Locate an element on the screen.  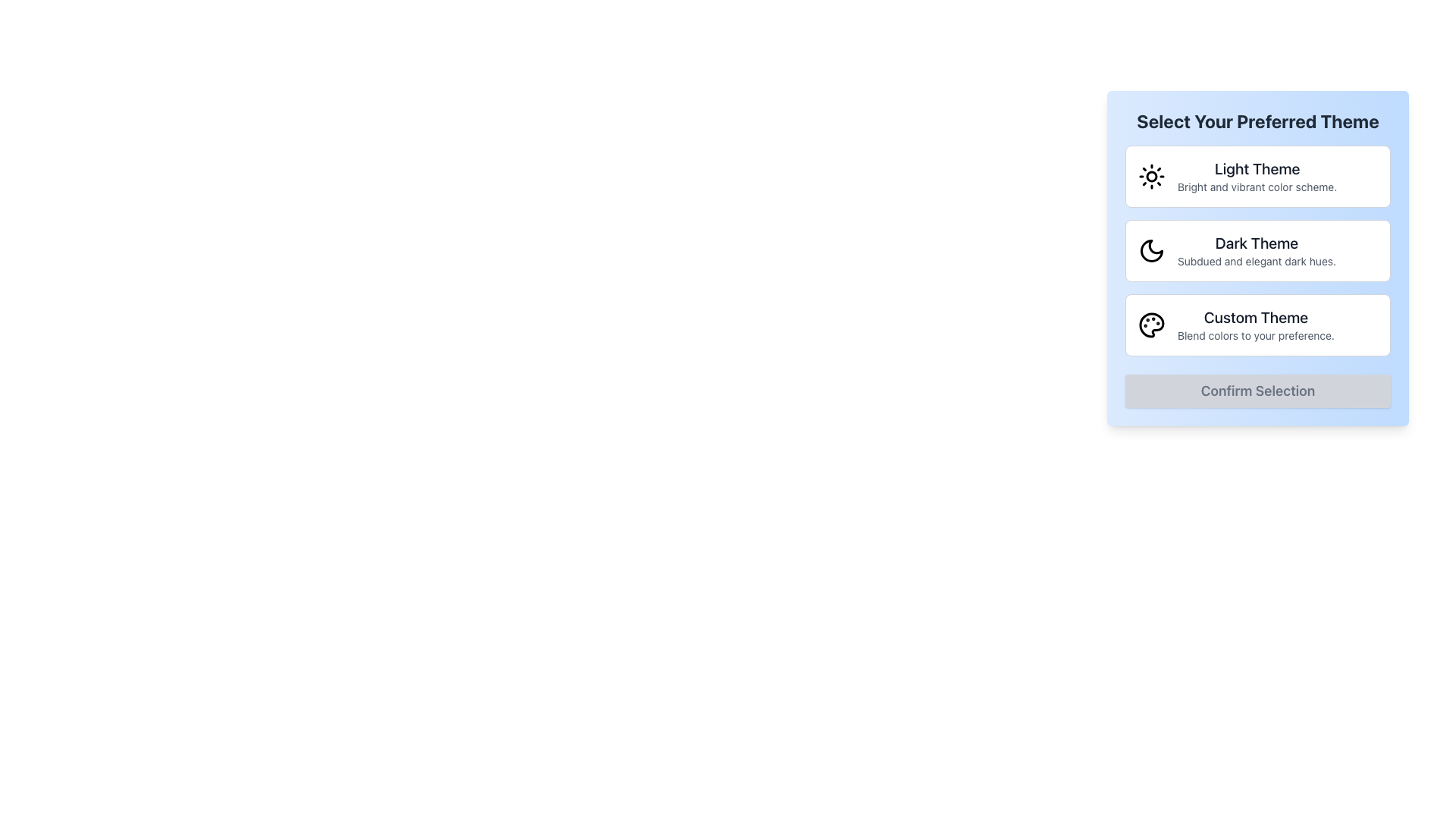
the crescent moon SVG icon located inside the 'Dark Theme' option box, adjacent to the 'Dark Theme' text description is located at coordinates (1151, 250).